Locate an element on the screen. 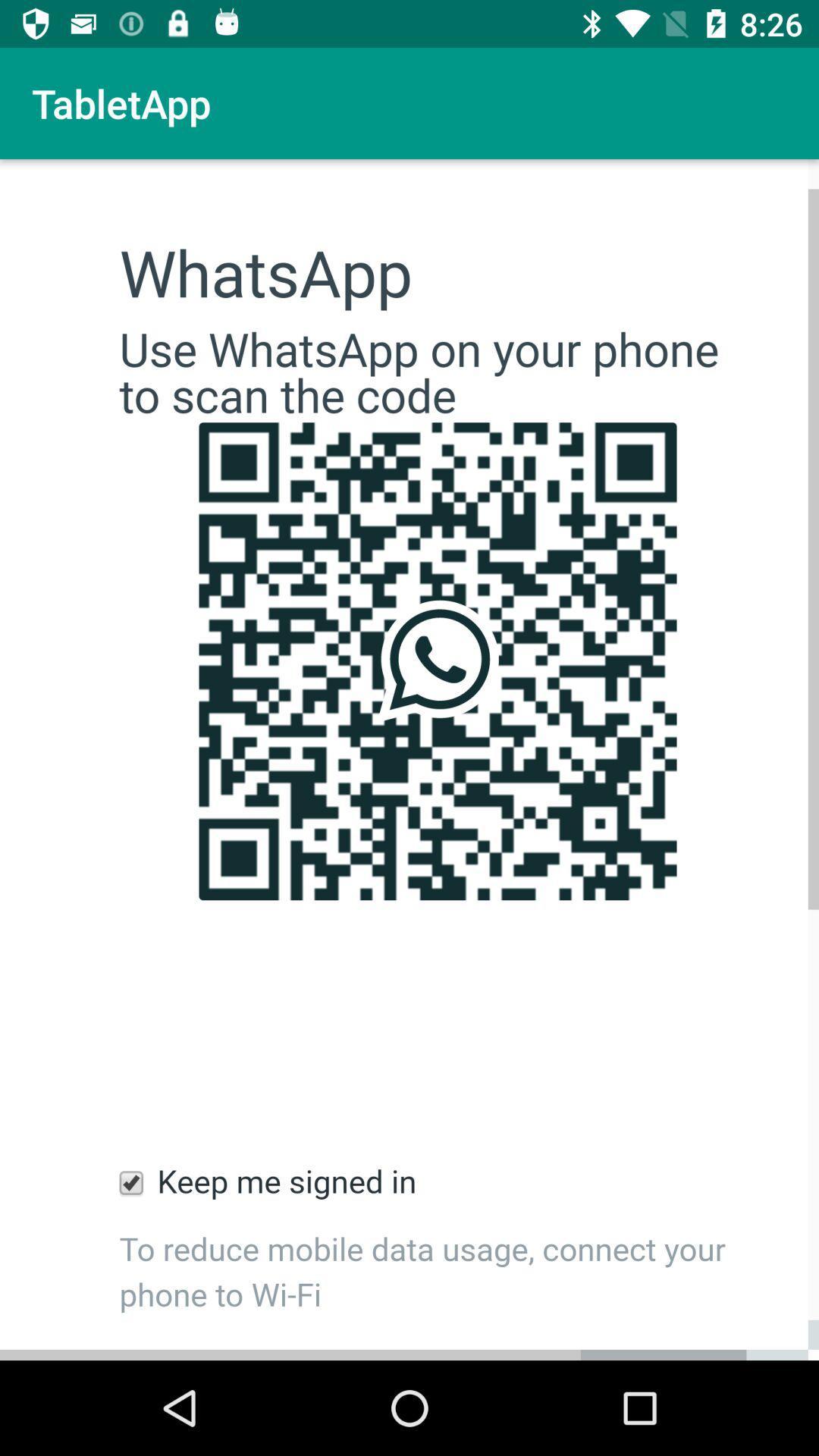  total web page is located at coordinates (409, 760).